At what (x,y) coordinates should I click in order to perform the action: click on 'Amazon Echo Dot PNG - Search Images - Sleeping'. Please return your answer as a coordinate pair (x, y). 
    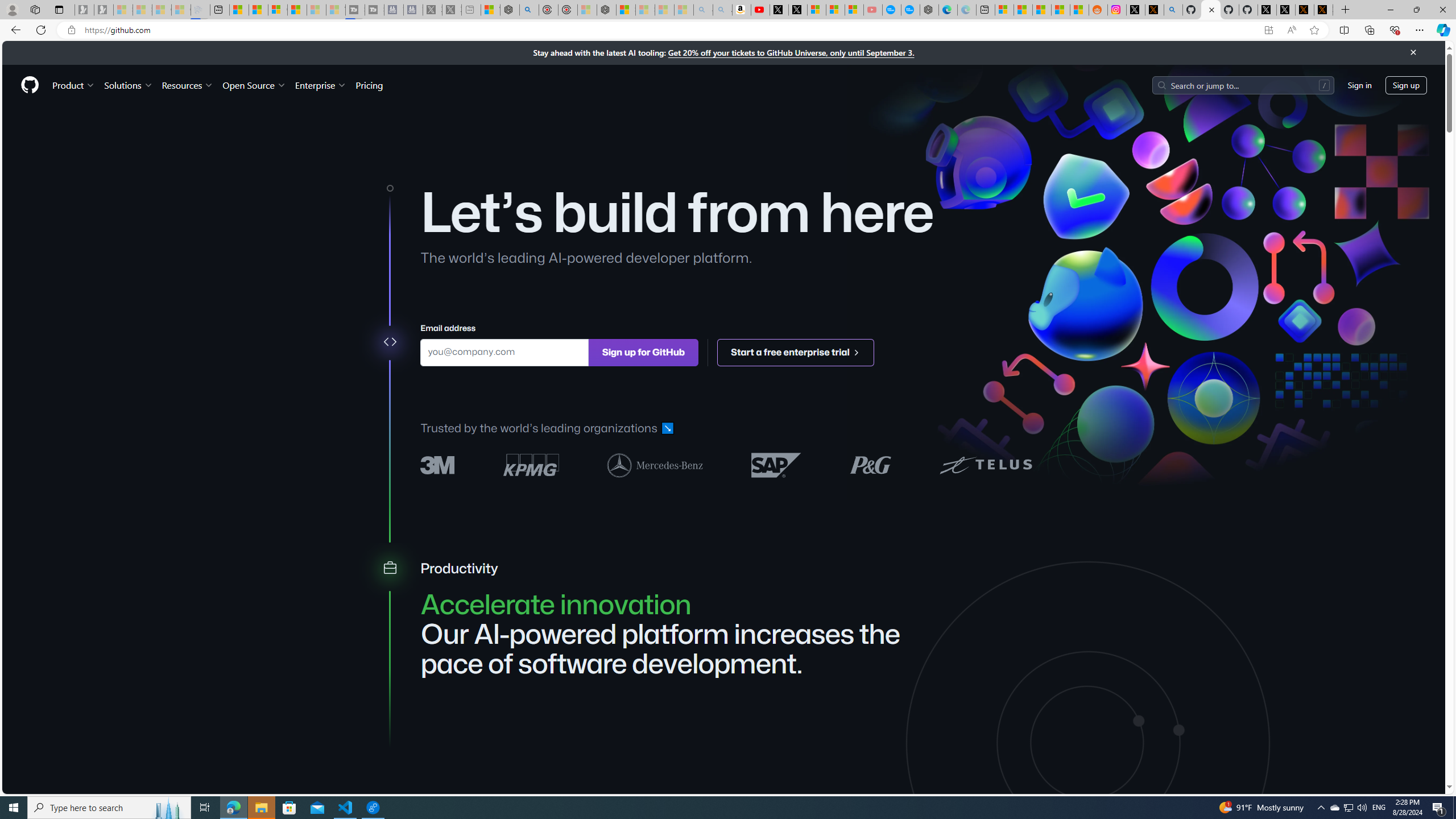
    Looking at the image, I should click on (721, 9).